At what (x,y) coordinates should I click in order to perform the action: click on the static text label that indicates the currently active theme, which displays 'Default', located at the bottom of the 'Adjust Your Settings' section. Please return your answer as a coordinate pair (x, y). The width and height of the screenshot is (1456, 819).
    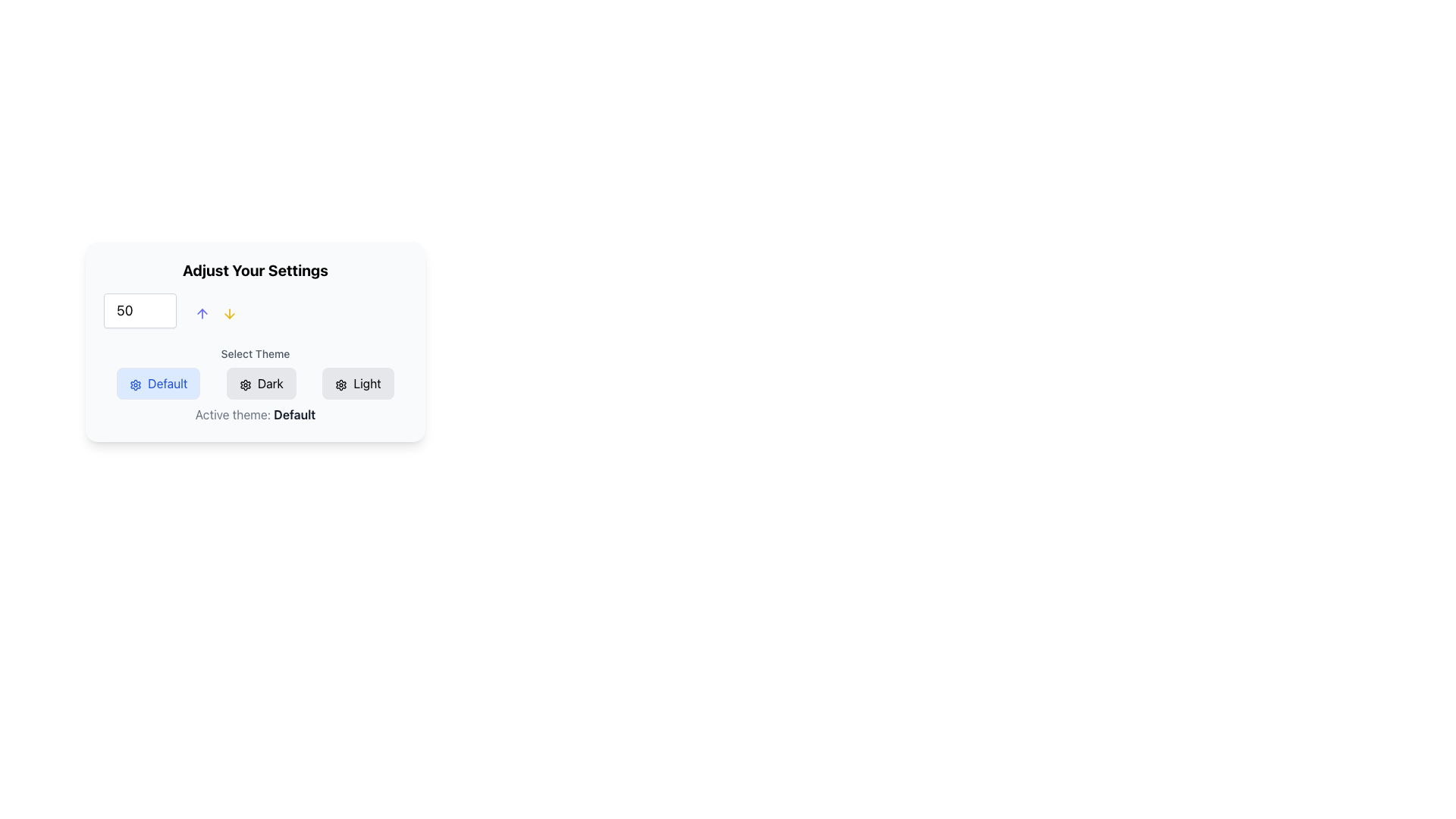
    Looking at the image, I should click on (255, 415).